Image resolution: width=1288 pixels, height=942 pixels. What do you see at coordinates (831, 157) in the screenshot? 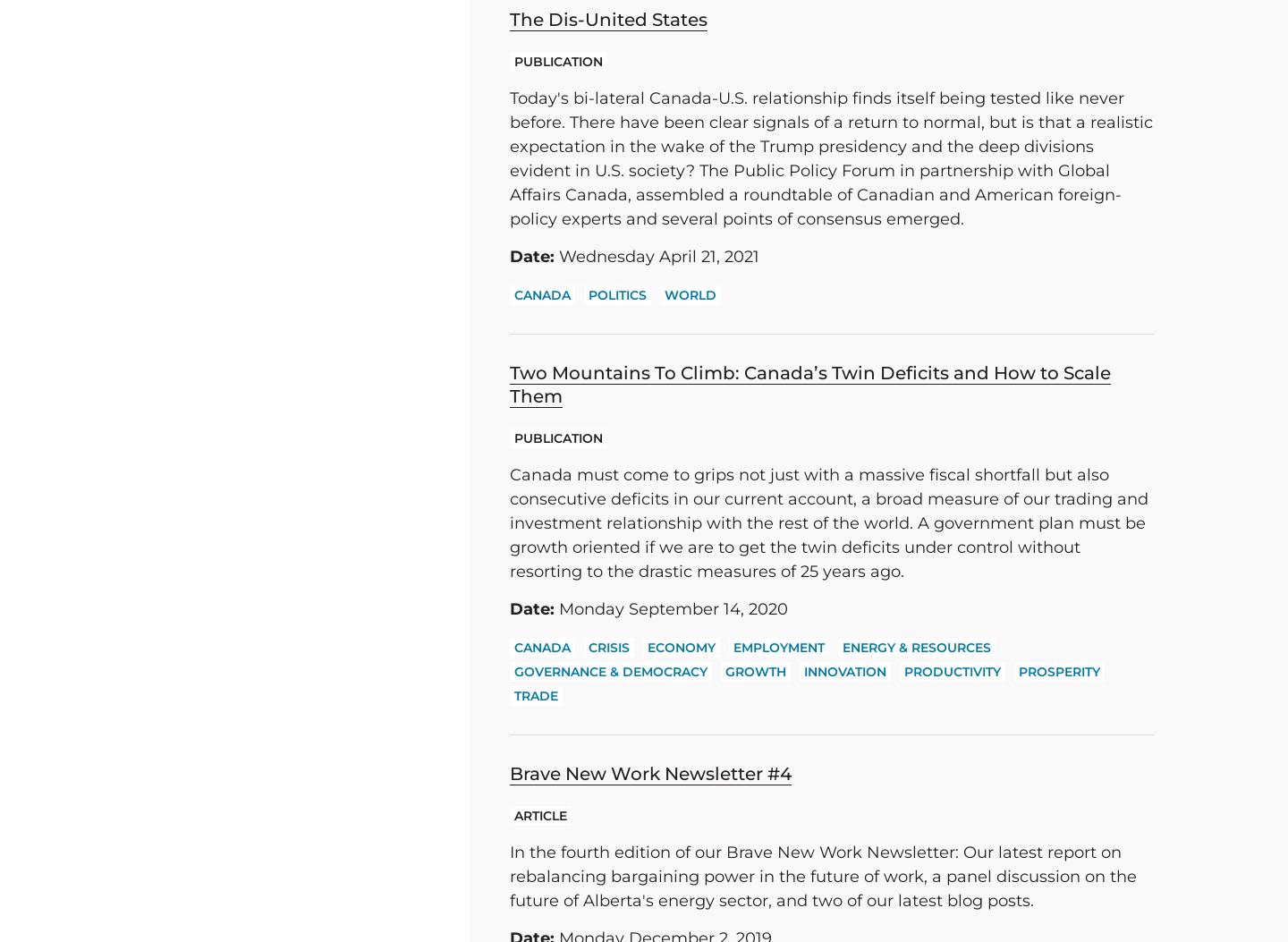
I see `'Today's bi-lateral Canada-U.S. relationship finds itself being tested like never before. There have been clear signals of a return to normal, but is that a realistic expectation in the wake of the Trump presidency and the deep divisions evident in U.S. society? The Public Policy Forum in partnership with Global Affairs Canada, assembled a roundtable of Canadian and American foreign-policy experts and several points of consensus emerged.'` at bounding box center [831, 157].